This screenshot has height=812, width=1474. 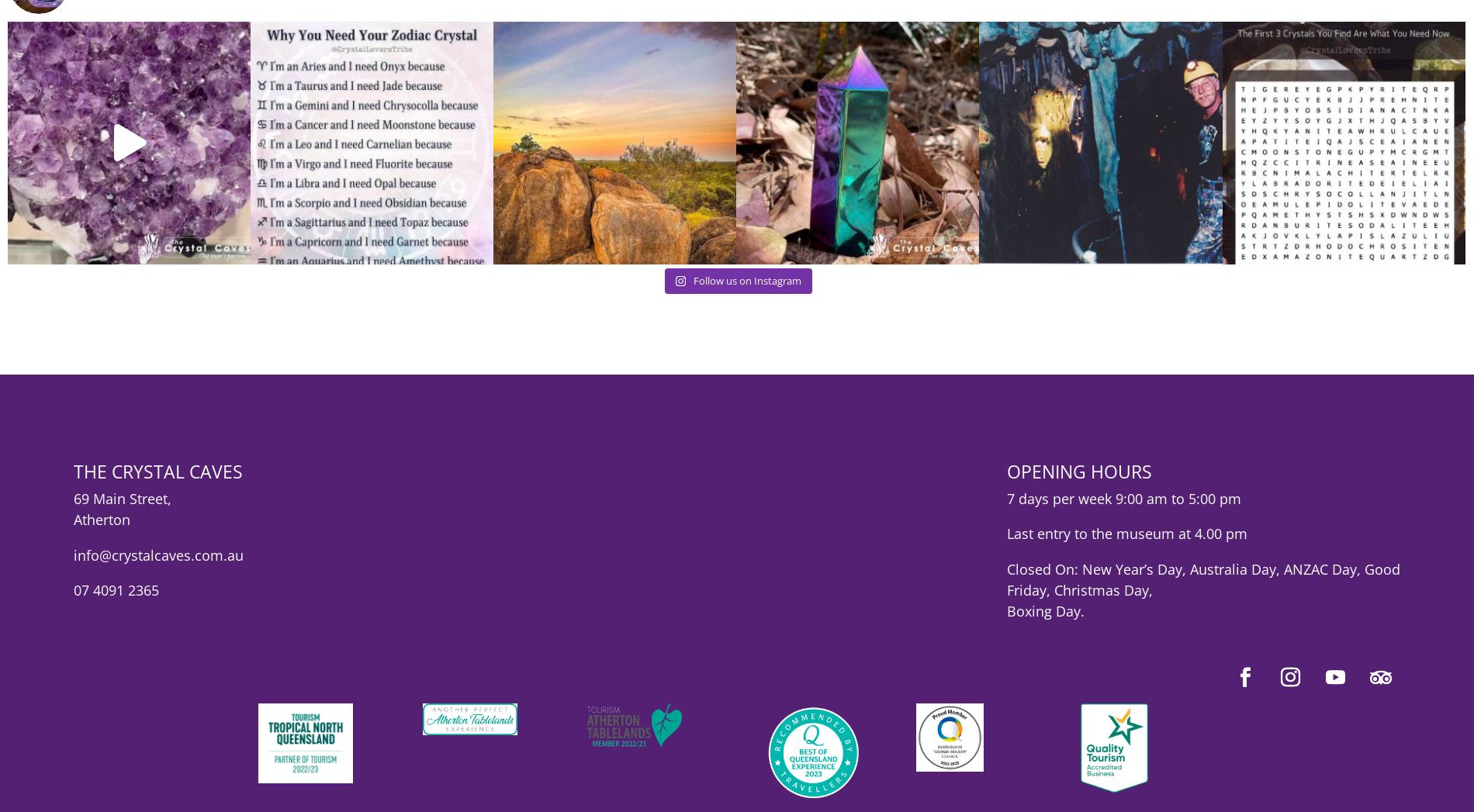 I want to click on 'Closed On: New Year’s Day, Australia Day, ANZAC Day, Good Friday, Christmas Day,', so click(x=1202, y=590).